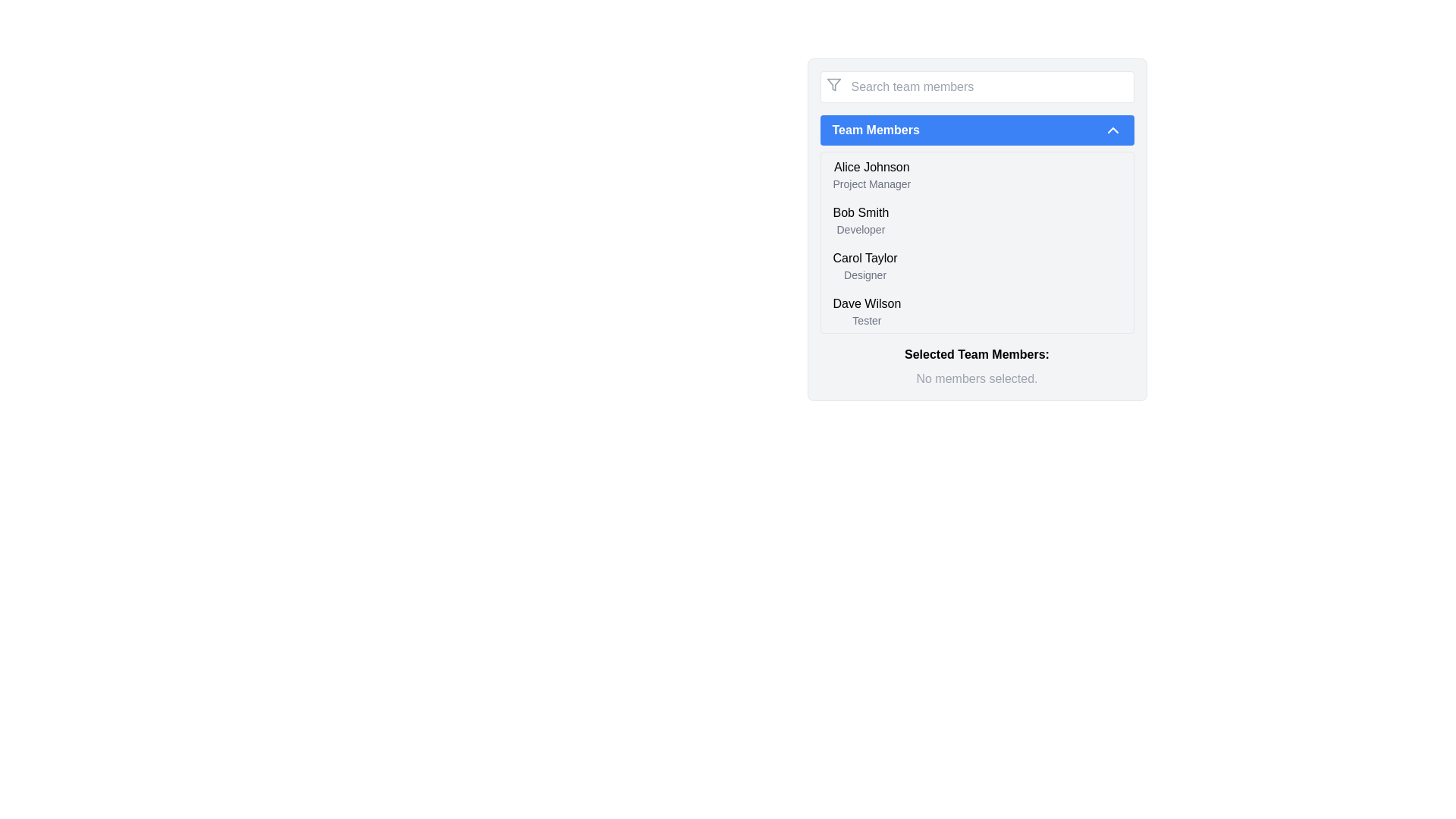  Describe the element at coordinates (871, 174) in the screenshot. I see `the first list item` at that location.